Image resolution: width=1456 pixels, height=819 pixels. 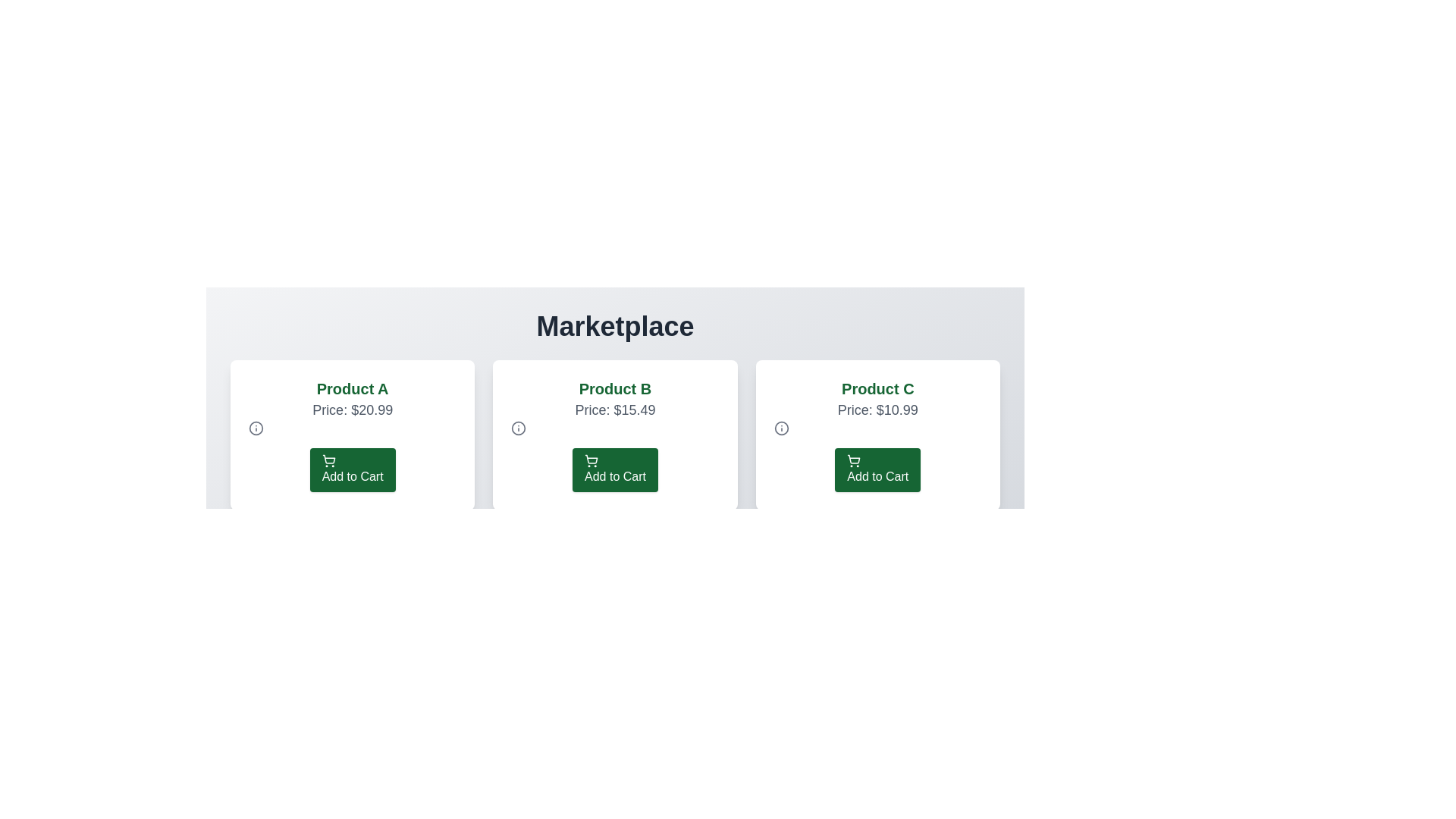 What do you see at coordinates (352, 388) in the screenshot?
I see `the Text label displaying 'Product A' in the first product card on the leftmost side of the row` at bounding box center [352, 388].